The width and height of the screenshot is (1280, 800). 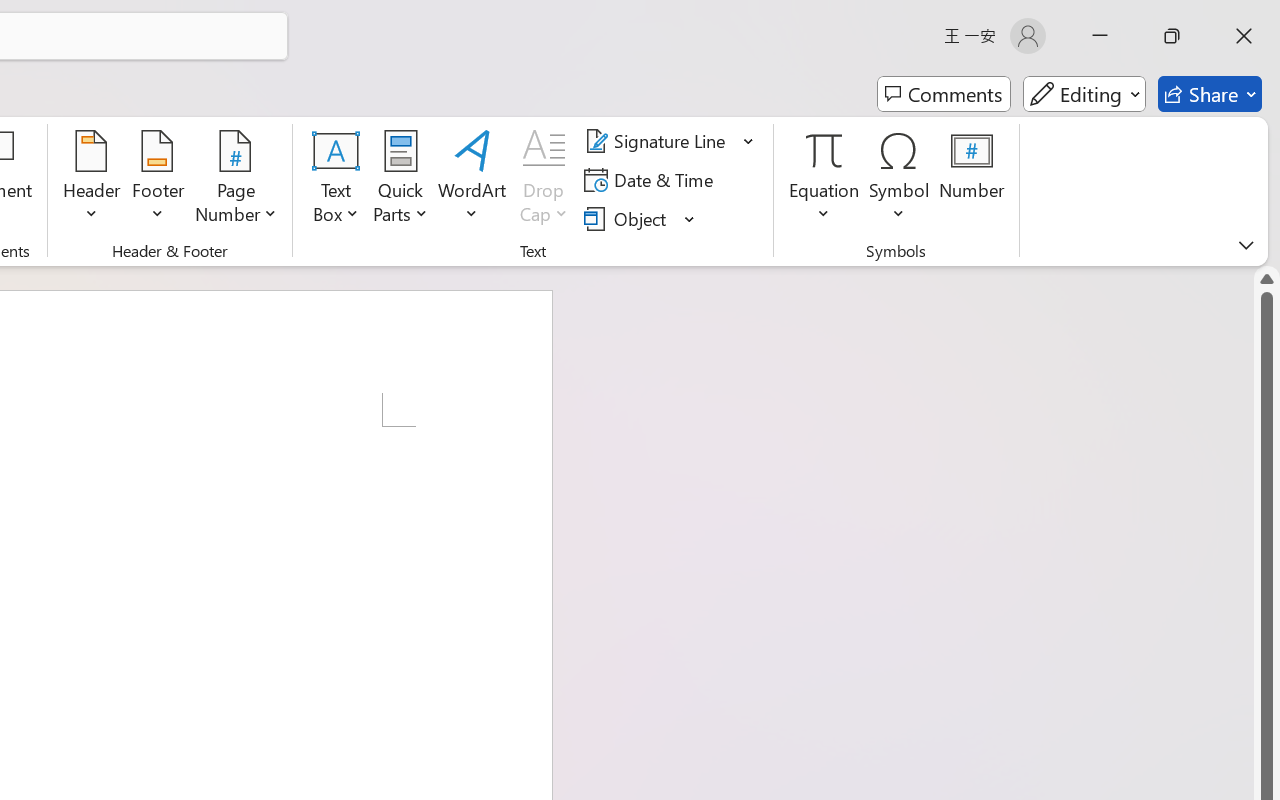 What do you see at coordinates (640, 218) in the screenshot?
I see `'Object...'` at bounding box center [640, 218].